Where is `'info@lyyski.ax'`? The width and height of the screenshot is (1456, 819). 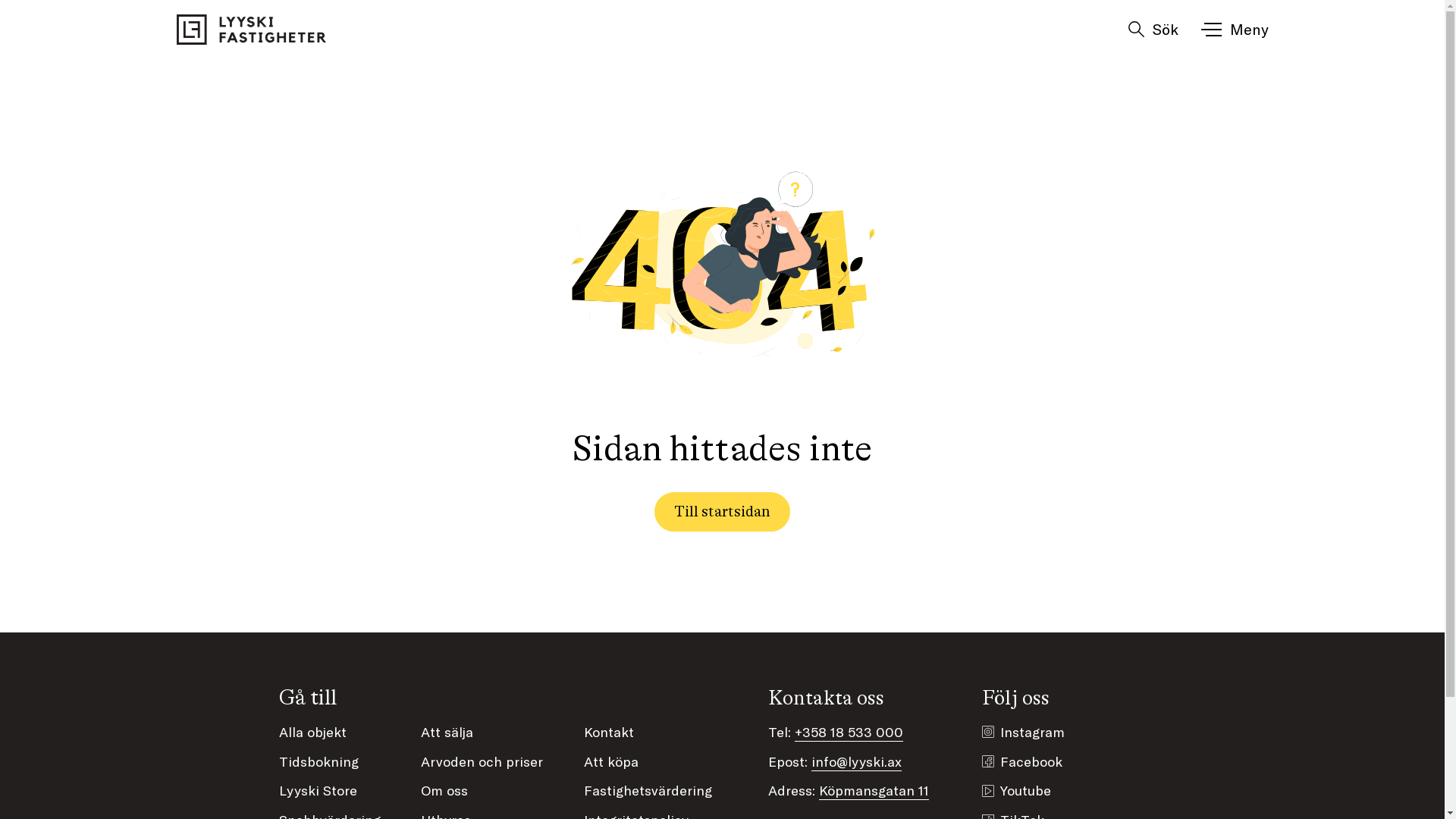 'info@lyyski.ax' is located at coordinates (811, 761).